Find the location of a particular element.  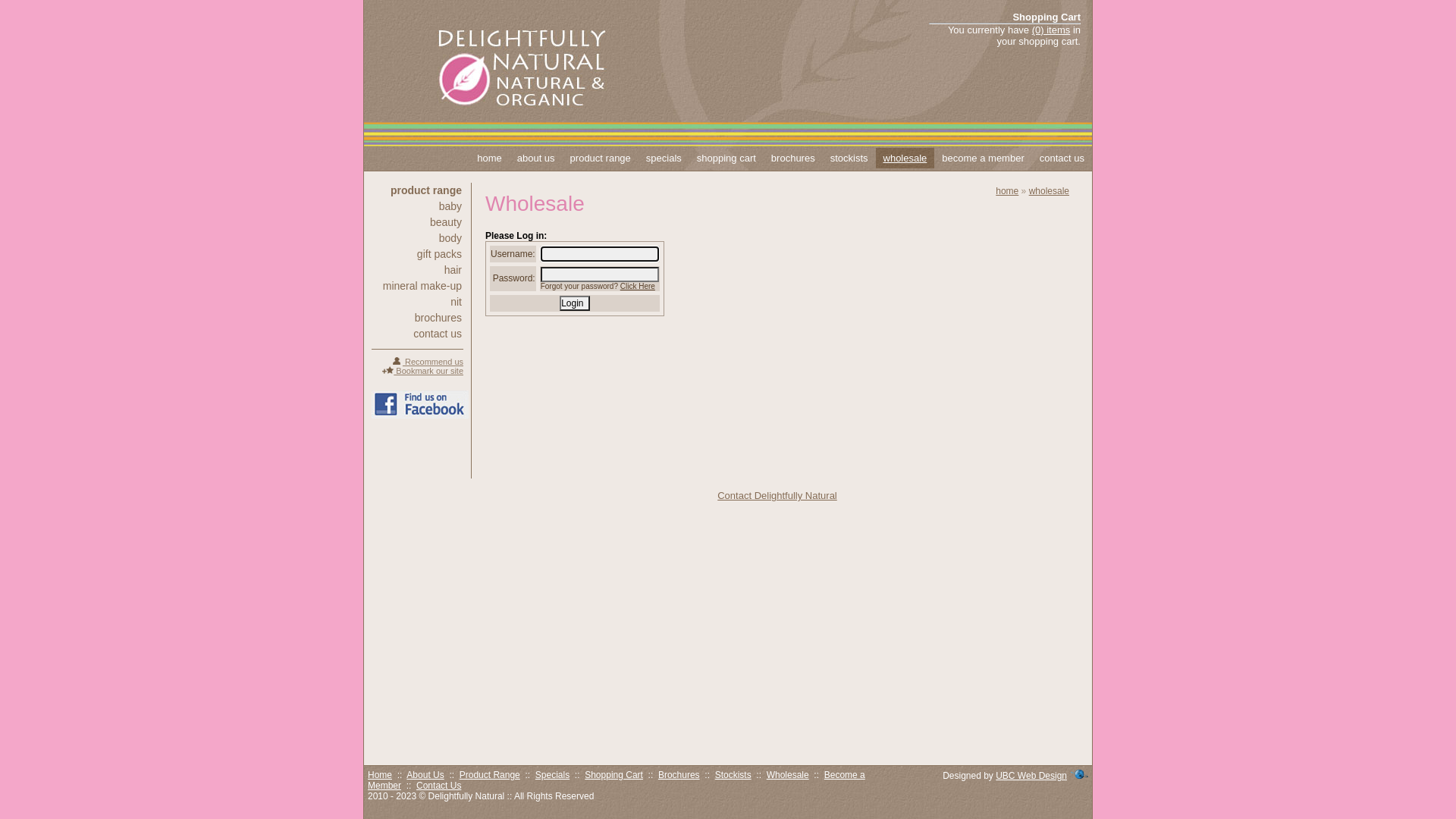

'Find Delightfully Natural on Facebook' is located at coordinates (419, 403).